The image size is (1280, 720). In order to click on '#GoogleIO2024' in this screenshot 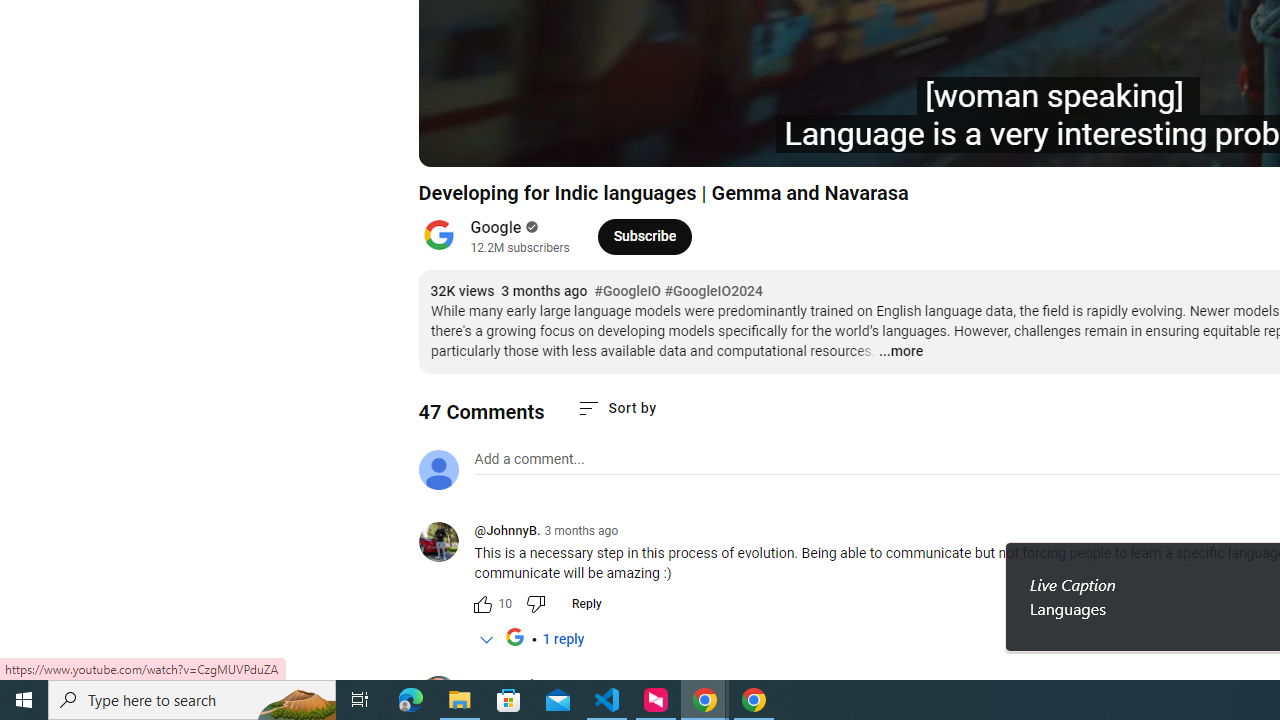, I will do `click(714, 291)`.